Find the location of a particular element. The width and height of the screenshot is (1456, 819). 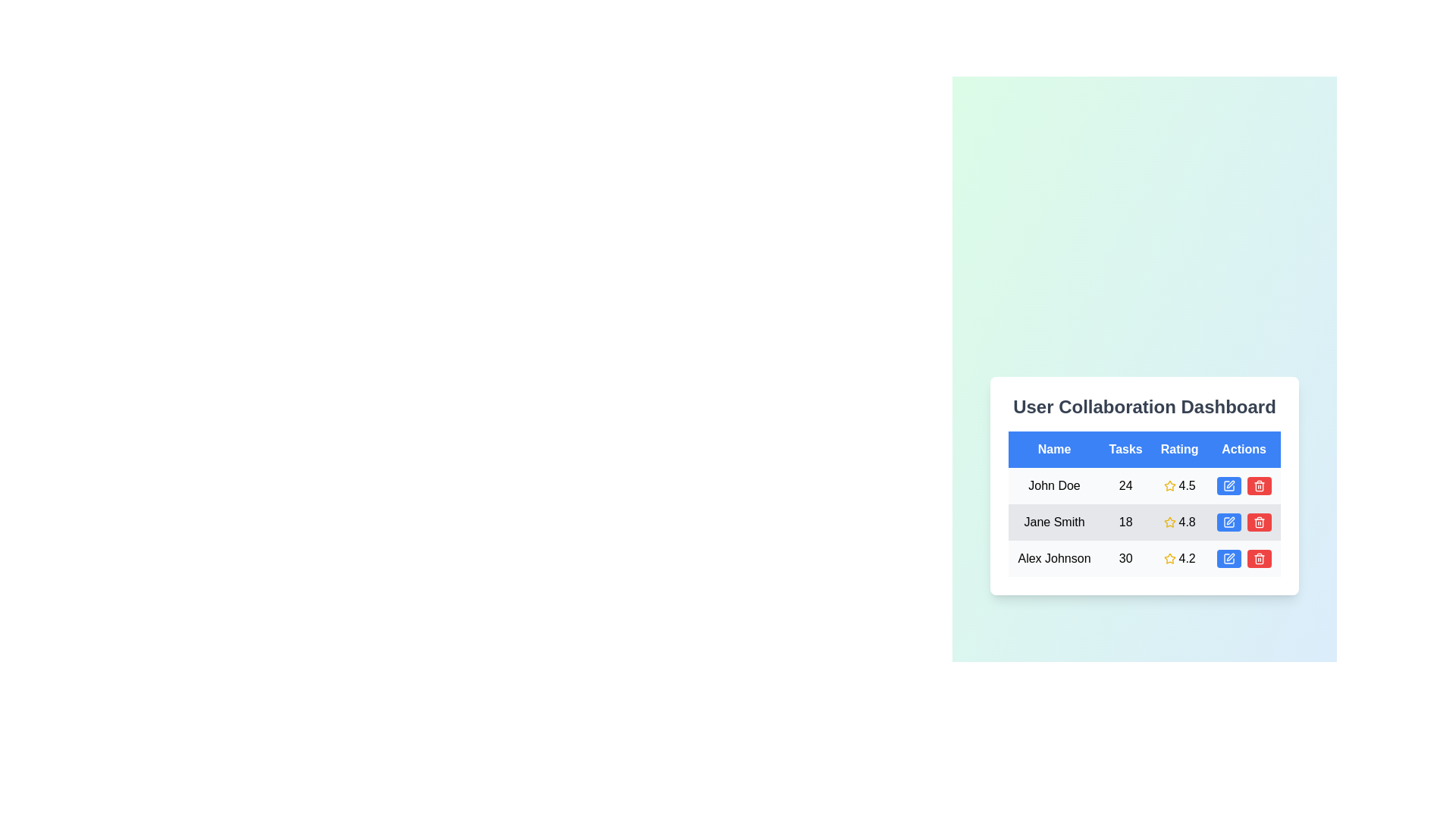

the edit icon (pen inside a square) located in the rightmost column of the 'Actions' section for the 'Alex Johnson' entry to trigger a tooltip or highlight effect is located at coordinates (1228, 558).